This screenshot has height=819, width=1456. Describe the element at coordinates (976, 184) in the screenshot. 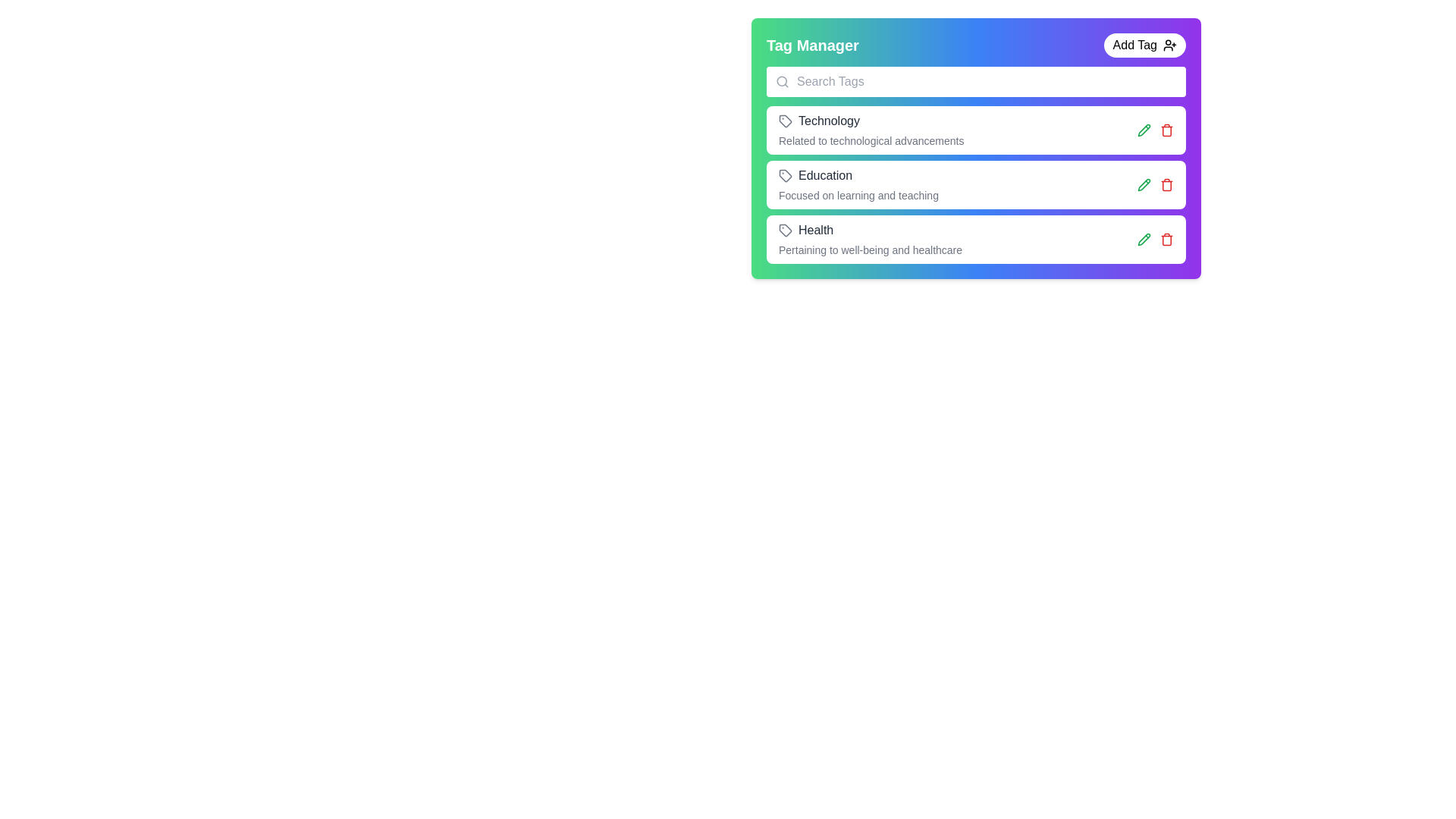

I see `the labeled card titled 'Education' with the subtitle 'Focused on learning and teaching' located in the 'Tag Manager' section` at that location.